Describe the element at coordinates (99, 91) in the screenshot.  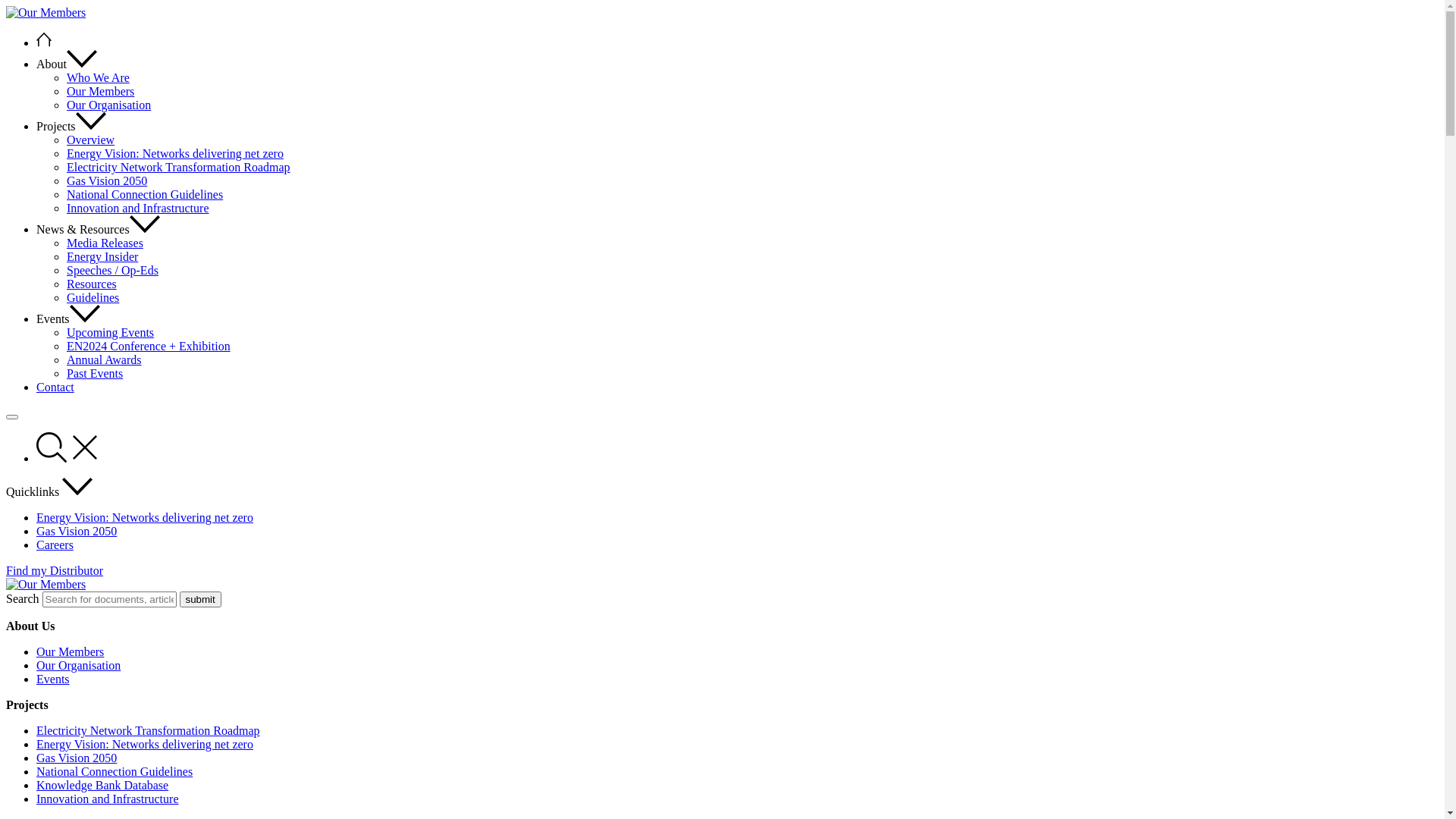
I see `'Our Members'` at that location.